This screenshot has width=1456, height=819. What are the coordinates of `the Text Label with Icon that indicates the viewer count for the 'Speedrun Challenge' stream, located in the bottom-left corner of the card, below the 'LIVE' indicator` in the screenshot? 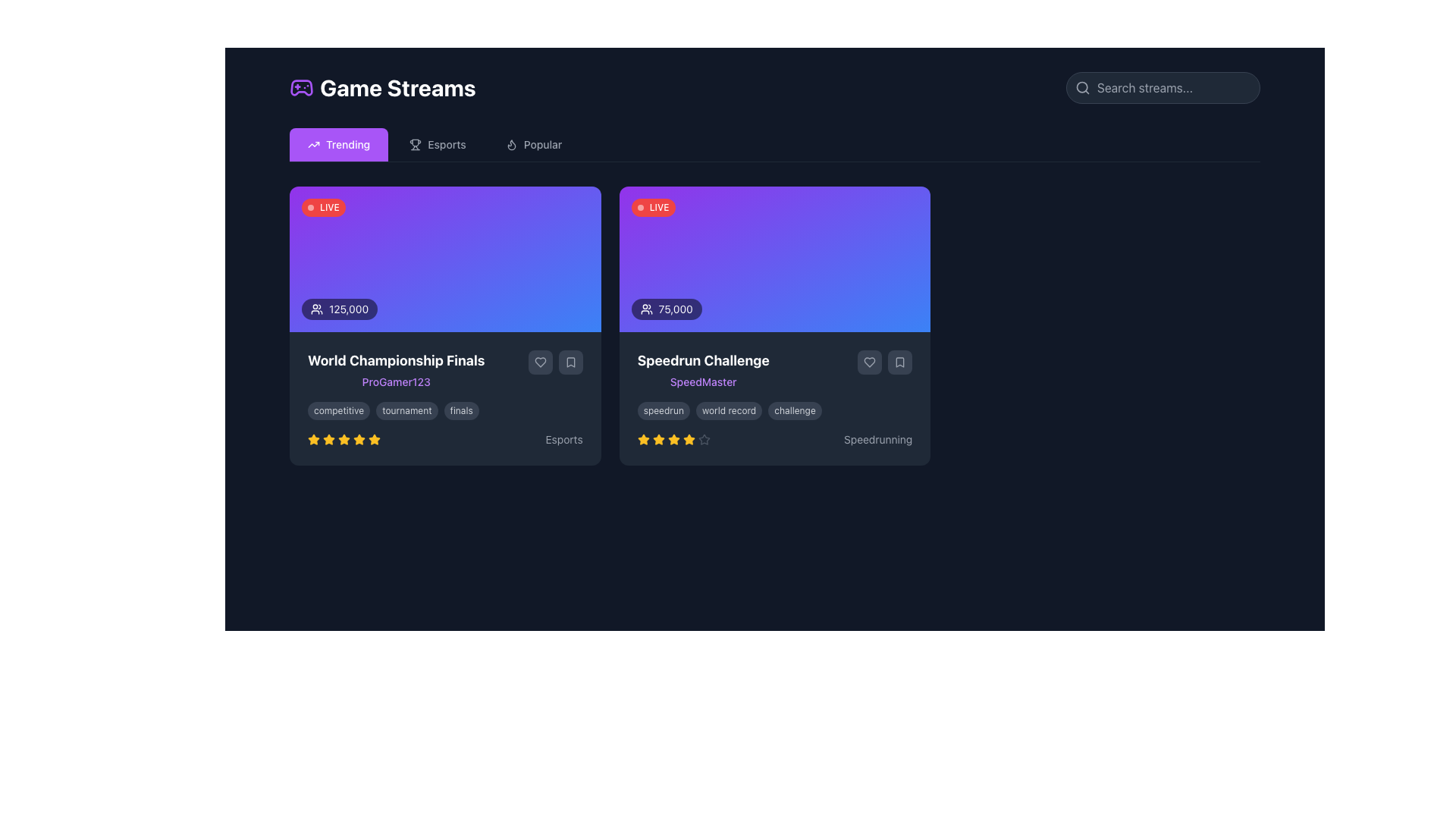 It's located at (667, 309).